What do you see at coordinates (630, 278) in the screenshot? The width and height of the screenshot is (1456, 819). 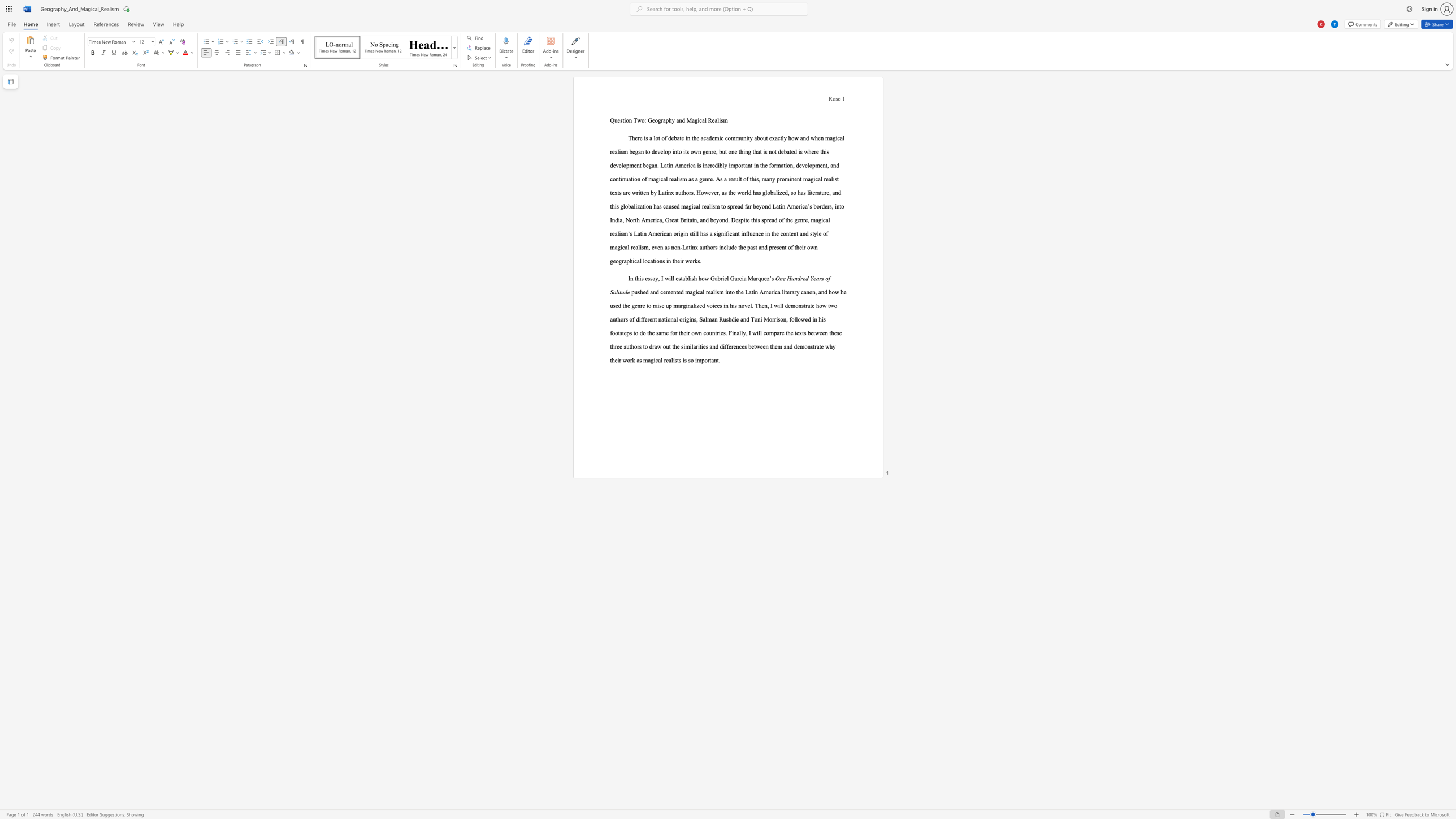 I see `the subset text "n this essay, I wil" within the text "In this essay, I will"` at bounding box center [630, 278].